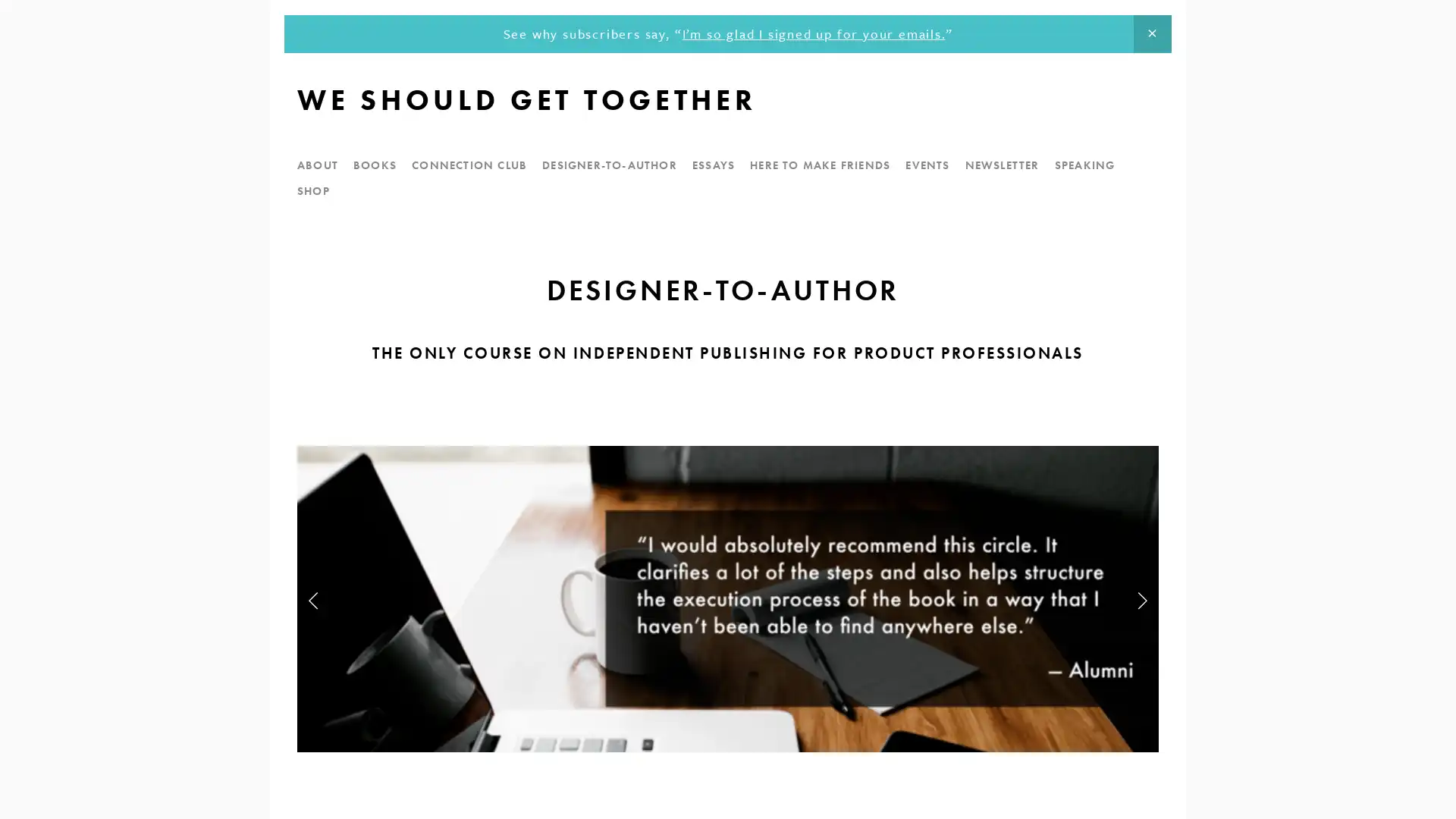 The height and width of the screenshot is (819, 1456). Describe the element at coordinates (312, 598) in the screenshot. I see `Previous Slide` at that location.